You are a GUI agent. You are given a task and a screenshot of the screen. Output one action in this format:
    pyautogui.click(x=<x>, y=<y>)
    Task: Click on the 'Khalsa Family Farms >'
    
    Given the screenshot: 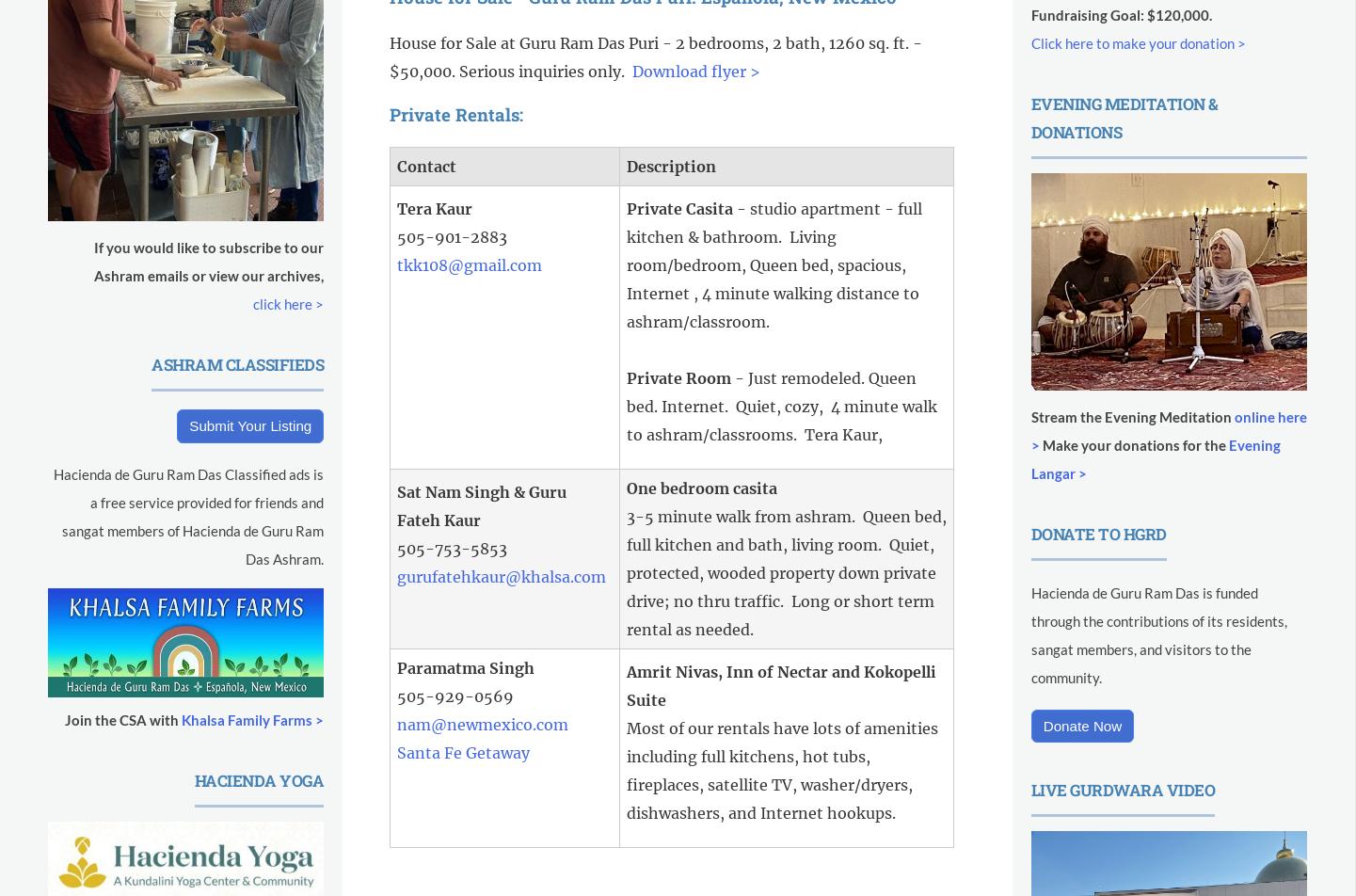 What is the action you would take?
    pyautogui.click(x=251, y=718)
    